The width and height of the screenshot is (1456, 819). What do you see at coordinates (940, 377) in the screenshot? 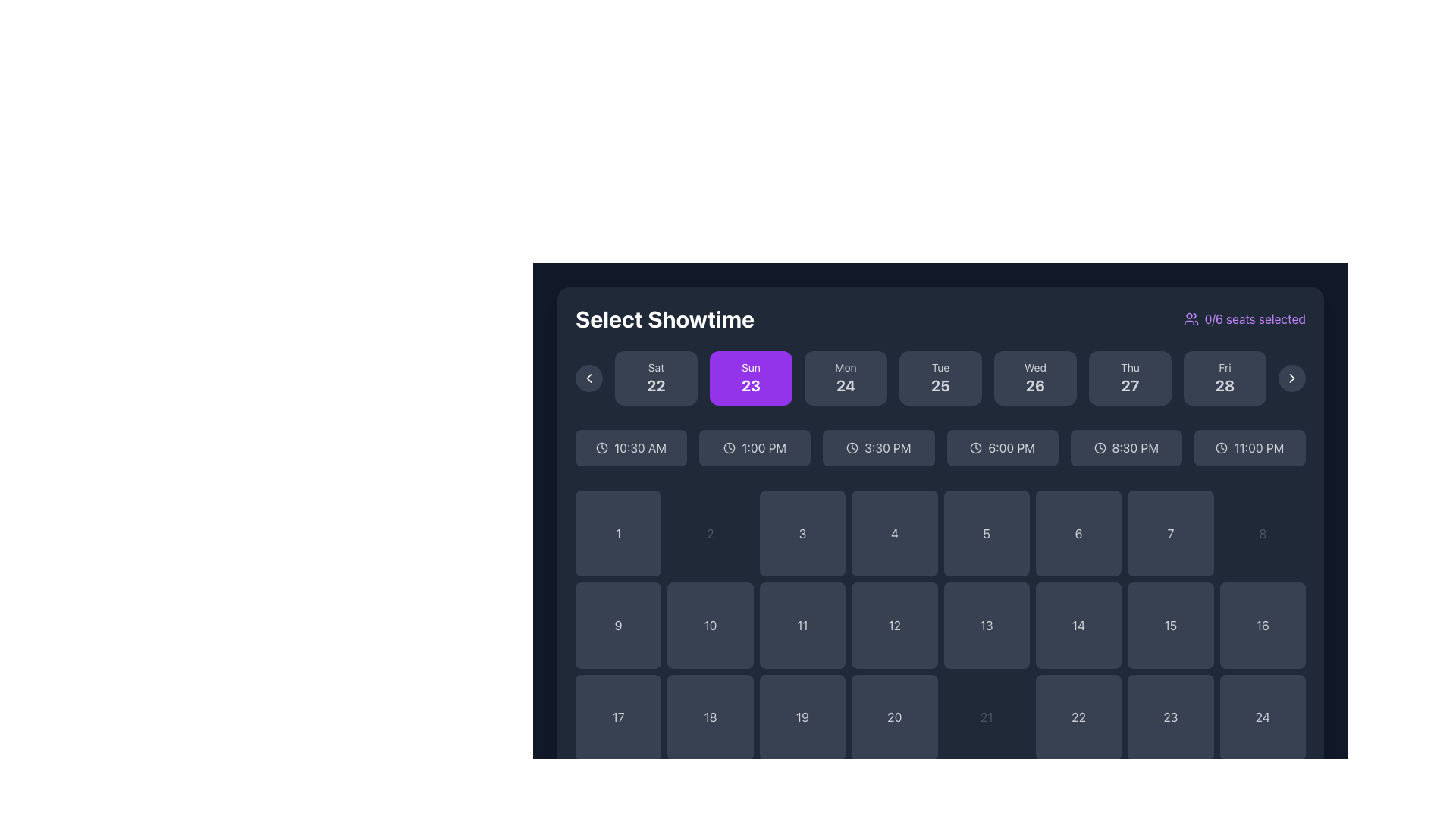
I see `the date selection button for Tuesday, 25th, located in the calendar section between 'Mon 24' and 'Wed 26'` at bounding box center [940, 377].